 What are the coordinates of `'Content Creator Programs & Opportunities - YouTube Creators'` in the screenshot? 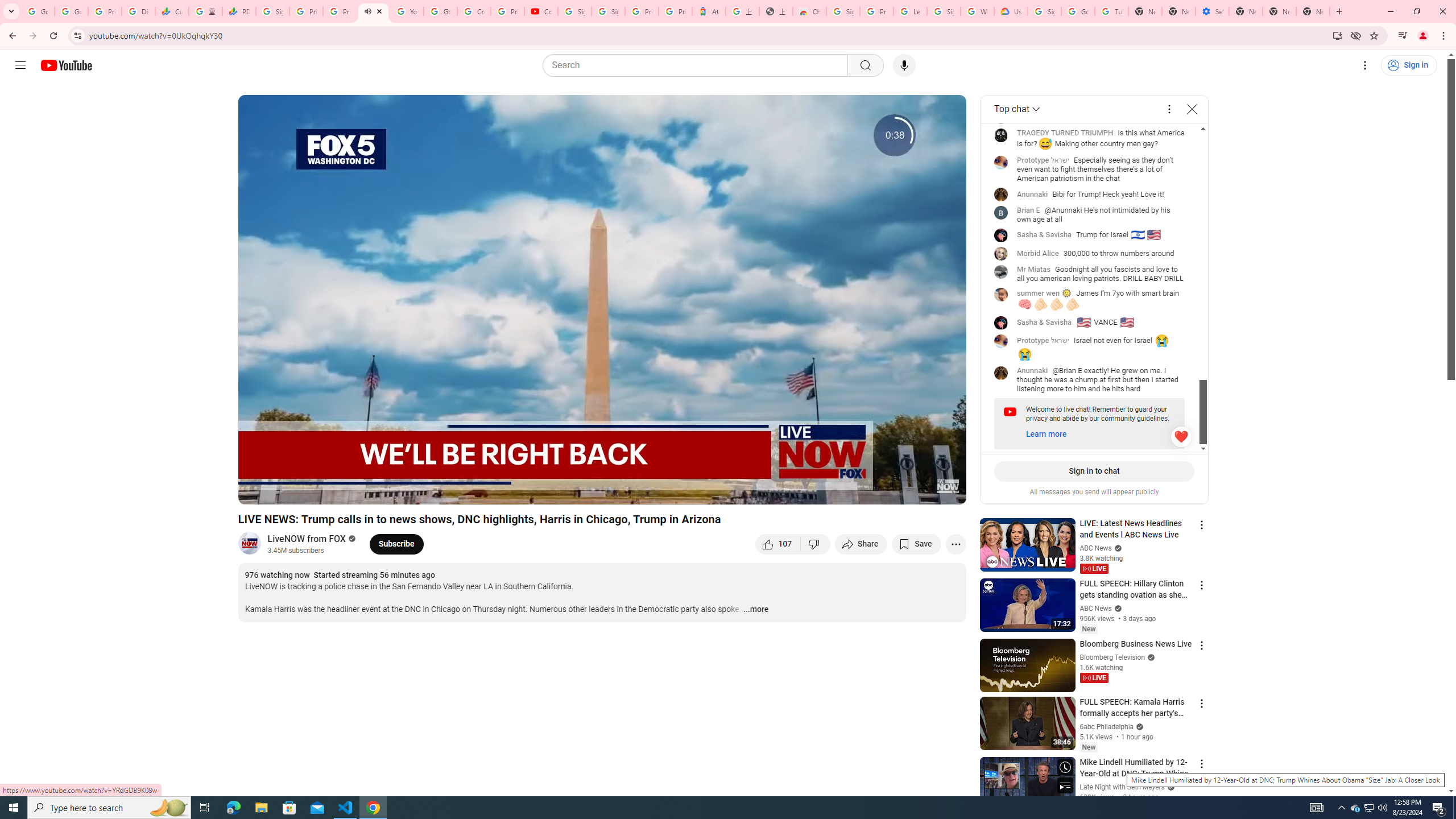 It's located at (541, 11).